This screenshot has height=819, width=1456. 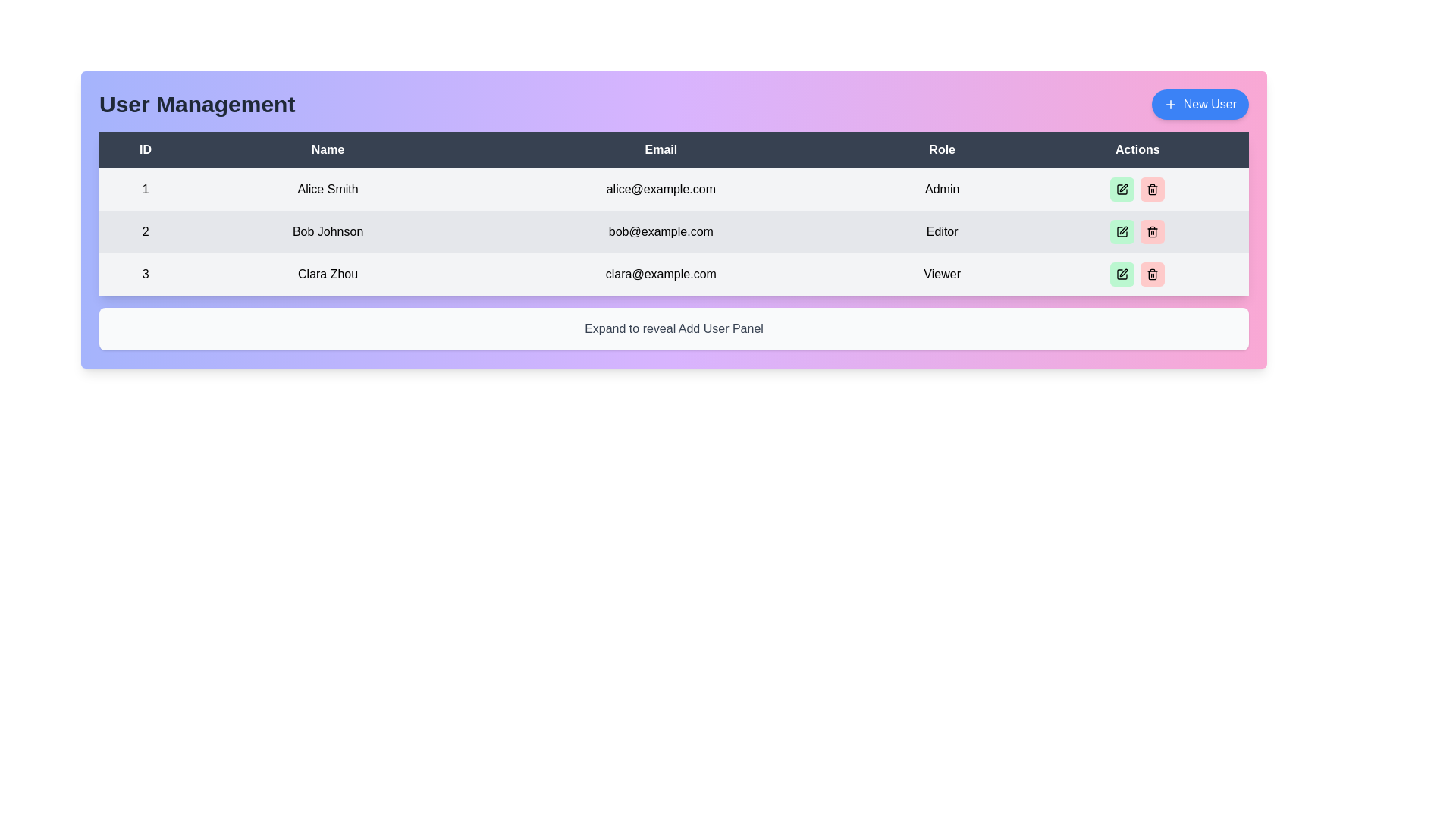 What do you see at coordinates (661, 231) in the screenshot?
I see `the text label displaying the email 'bob@example.com' located in the 'Email' column of the second row of the user management table` at bounding box center [661, 231].